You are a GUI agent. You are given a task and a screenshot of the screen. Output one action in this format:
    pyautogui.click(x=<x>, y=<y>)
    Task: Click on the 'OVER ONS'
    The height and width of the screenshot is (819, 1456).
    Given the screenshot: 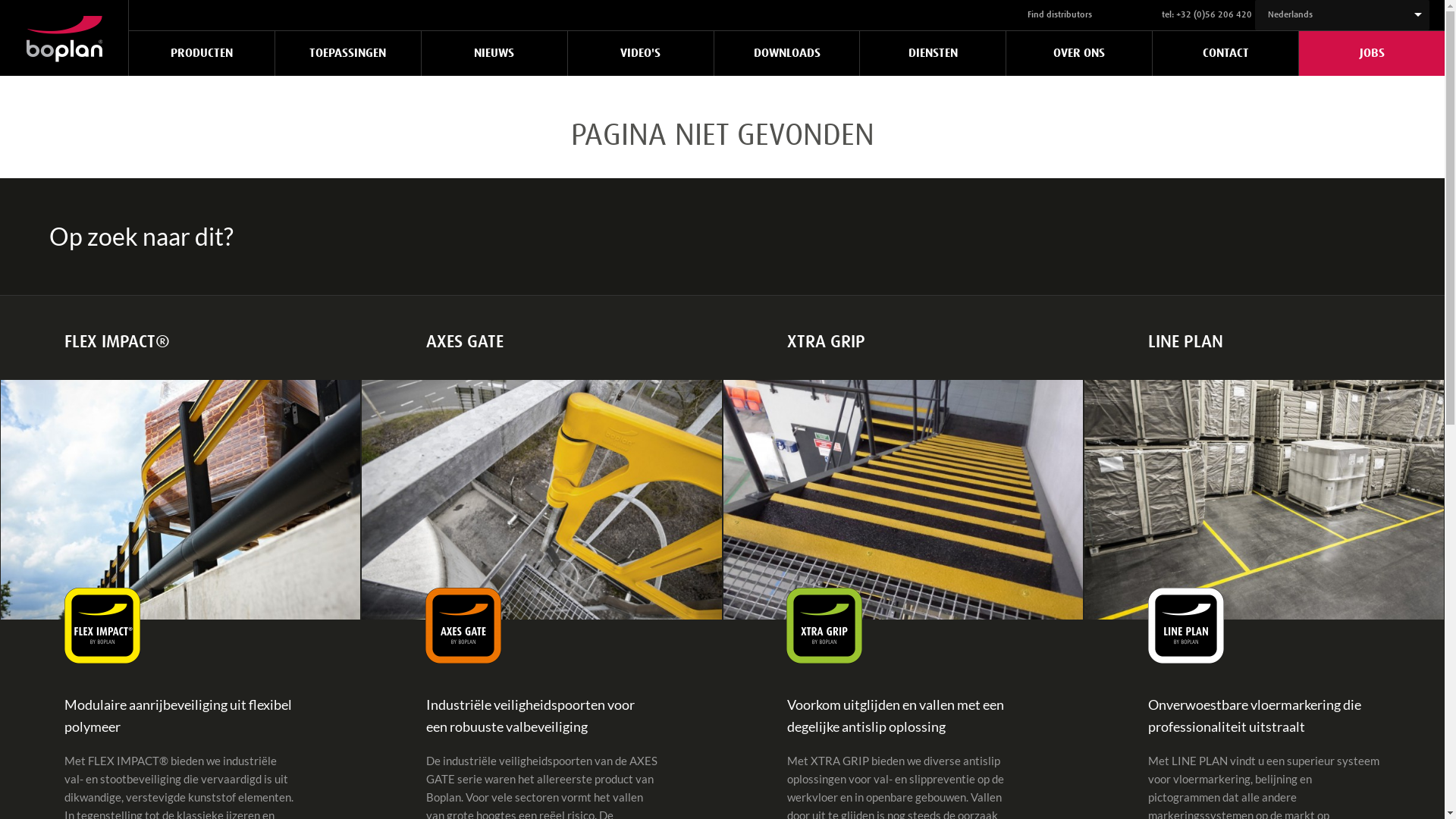 What is the action you would take?
    pyautogui.click(x=1006, y=52)
    